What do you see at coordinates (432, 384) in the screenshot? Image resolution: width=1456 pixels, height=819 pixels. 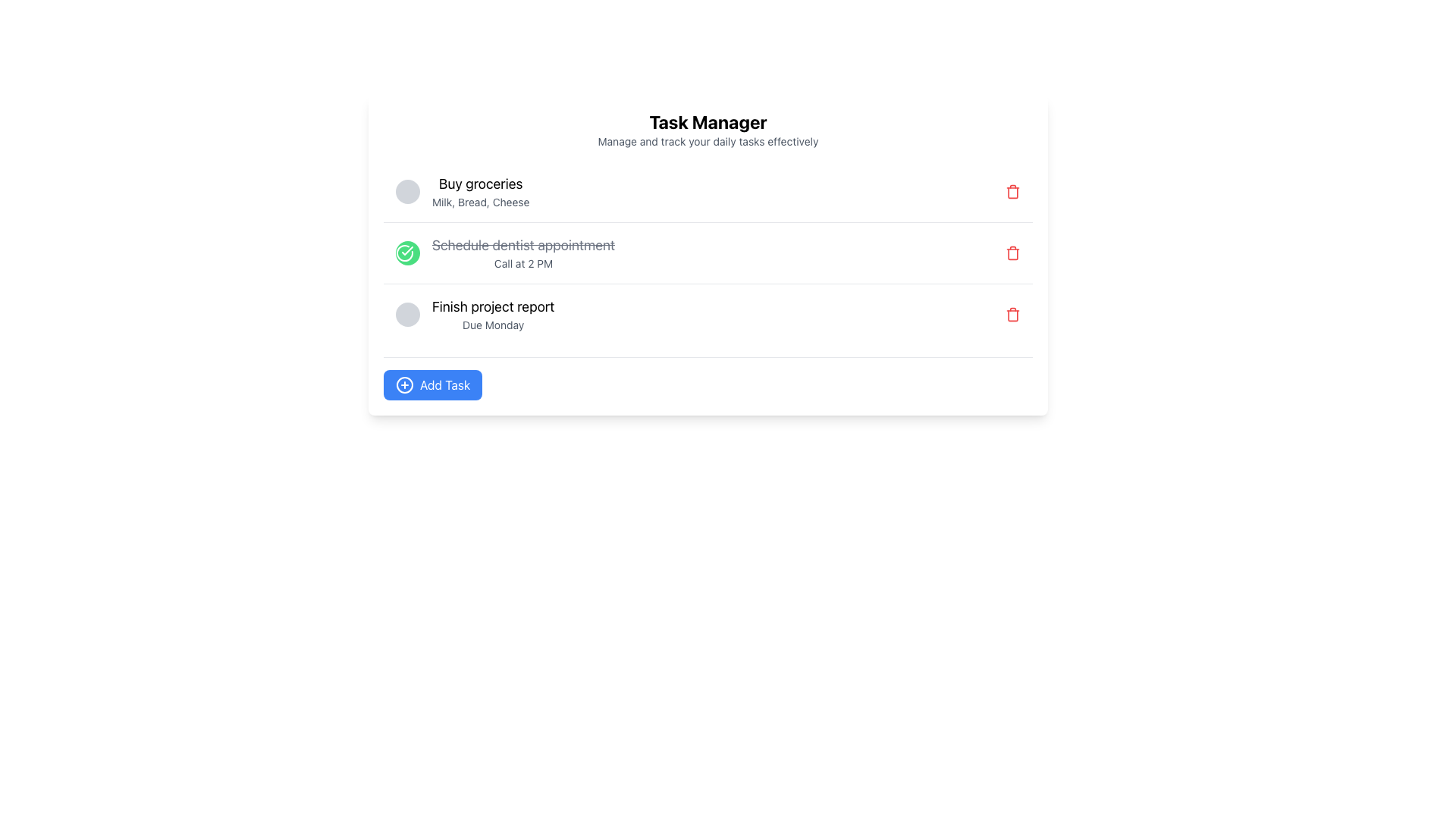 I see `the button located at the bottom-left of the task manager interface` at bounding box center [432, 384].